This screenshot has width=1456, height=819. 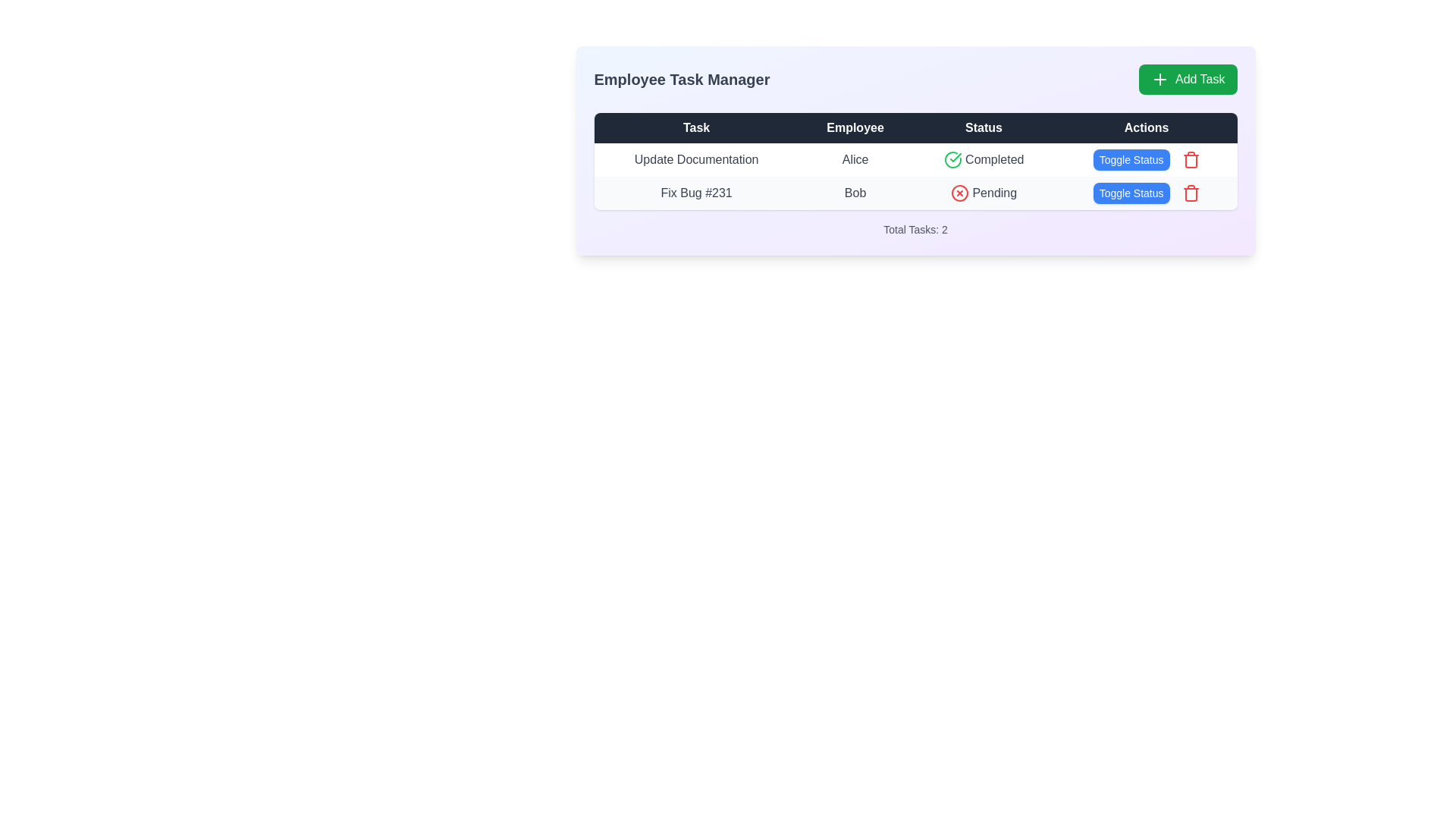 What do you see at coordinates (1190, 192) in the screenshot?
I see `the delete button icon located in the 'Actions' column next to the 'Toggle Status' blue button for the task 'Update Documentation'` at bounding box center [1190, 192].